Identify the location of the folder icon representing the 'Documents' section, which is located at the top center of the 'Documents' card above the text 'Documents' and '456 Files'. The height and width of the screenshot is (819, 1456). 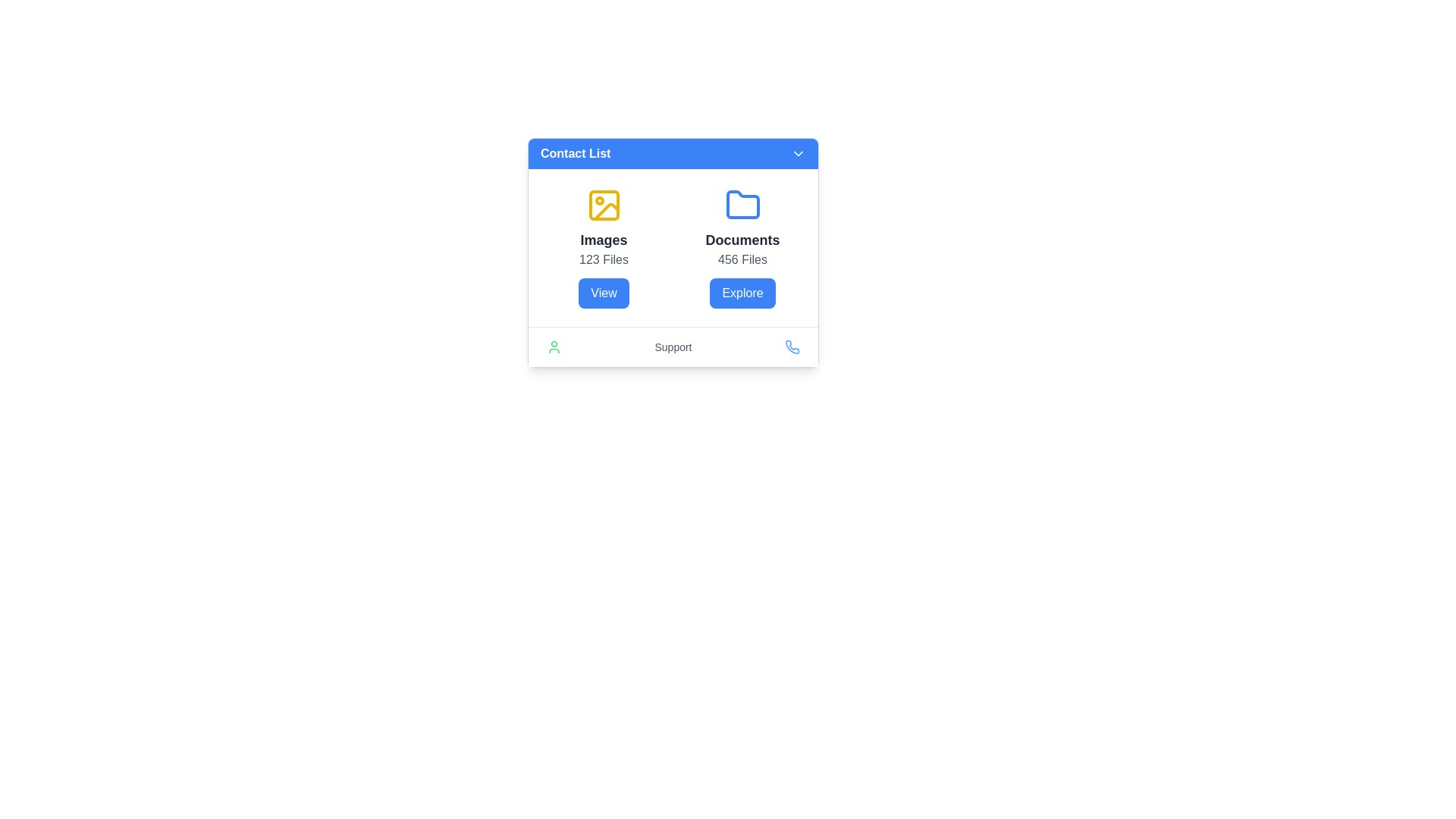
(742, 205).